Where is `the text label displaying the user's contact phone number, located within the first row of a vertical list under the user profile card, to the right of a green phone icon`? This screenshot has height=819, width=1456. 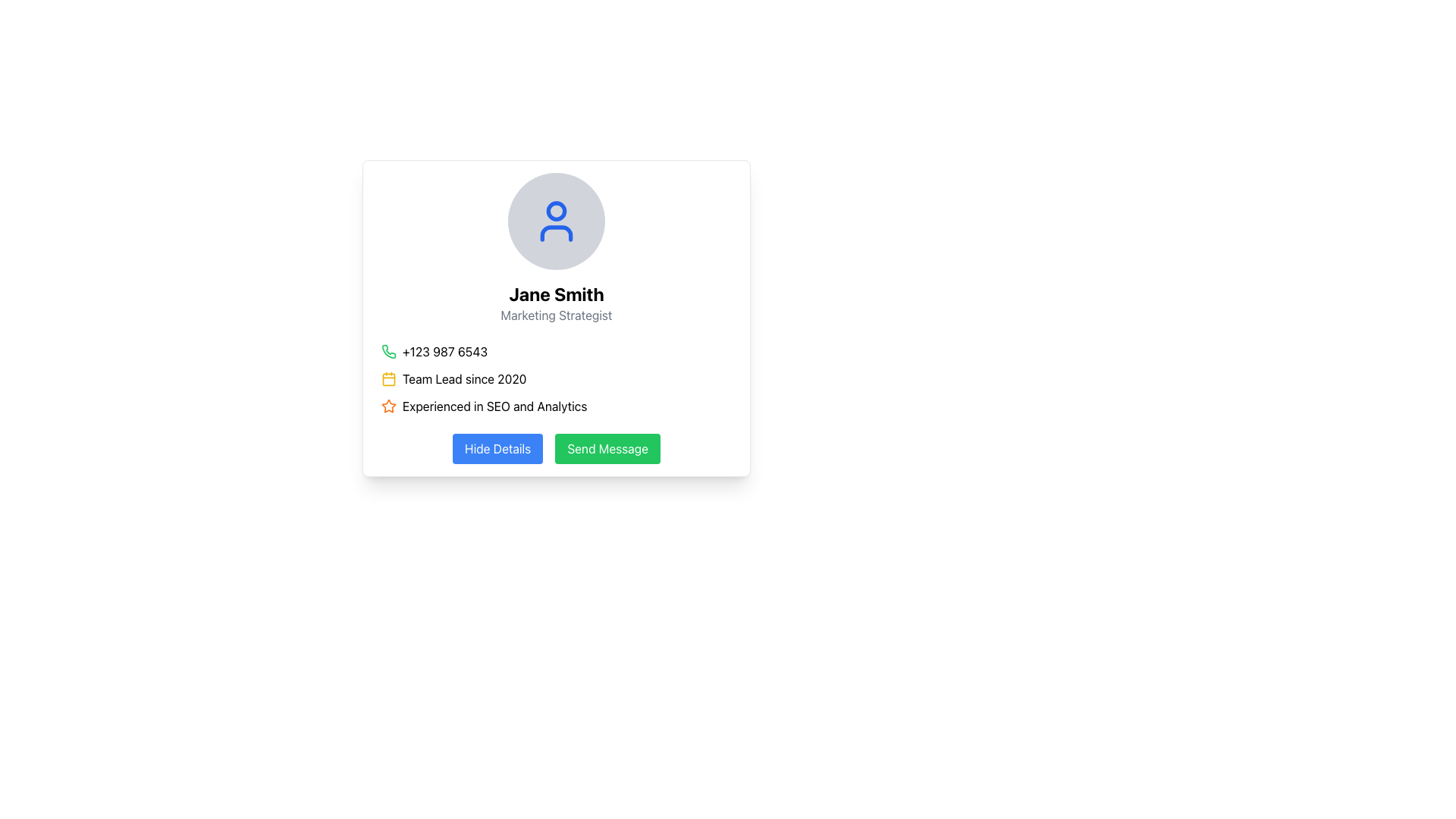
the text label displaying the user's contact phone number, located within the first row of a vertical list under the user profile card, to the right of a green phone icon is located at coordinates (444, 351).